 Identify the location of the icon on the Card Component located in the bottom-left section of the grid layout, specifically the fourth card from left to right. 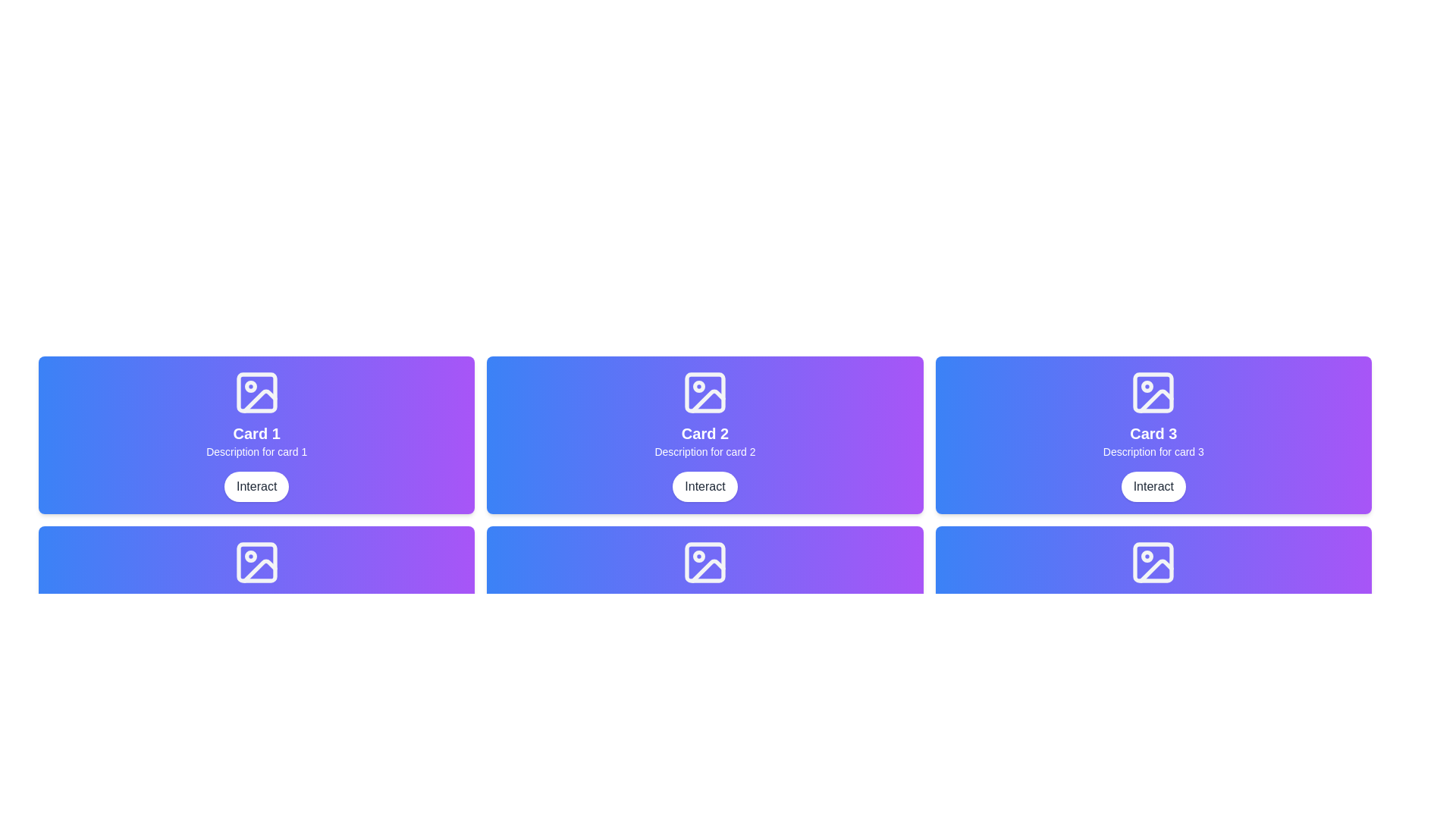
(256, 604).